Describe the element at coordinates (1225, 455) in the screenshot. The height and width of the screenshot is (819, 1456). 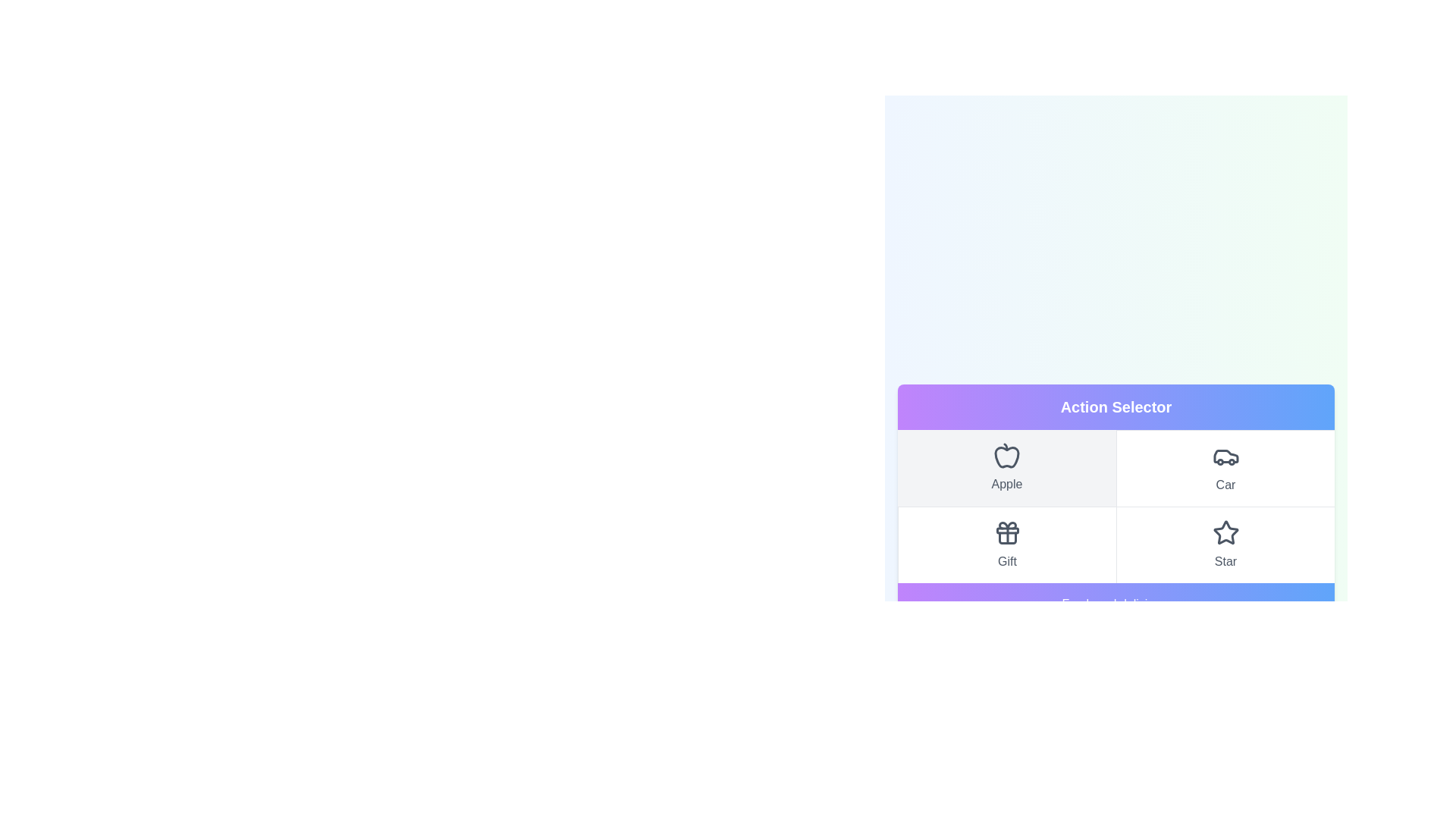
I see `the car icon located in the top-right cell of the 2x2 grid under the 'Action Selector' header` at that location.